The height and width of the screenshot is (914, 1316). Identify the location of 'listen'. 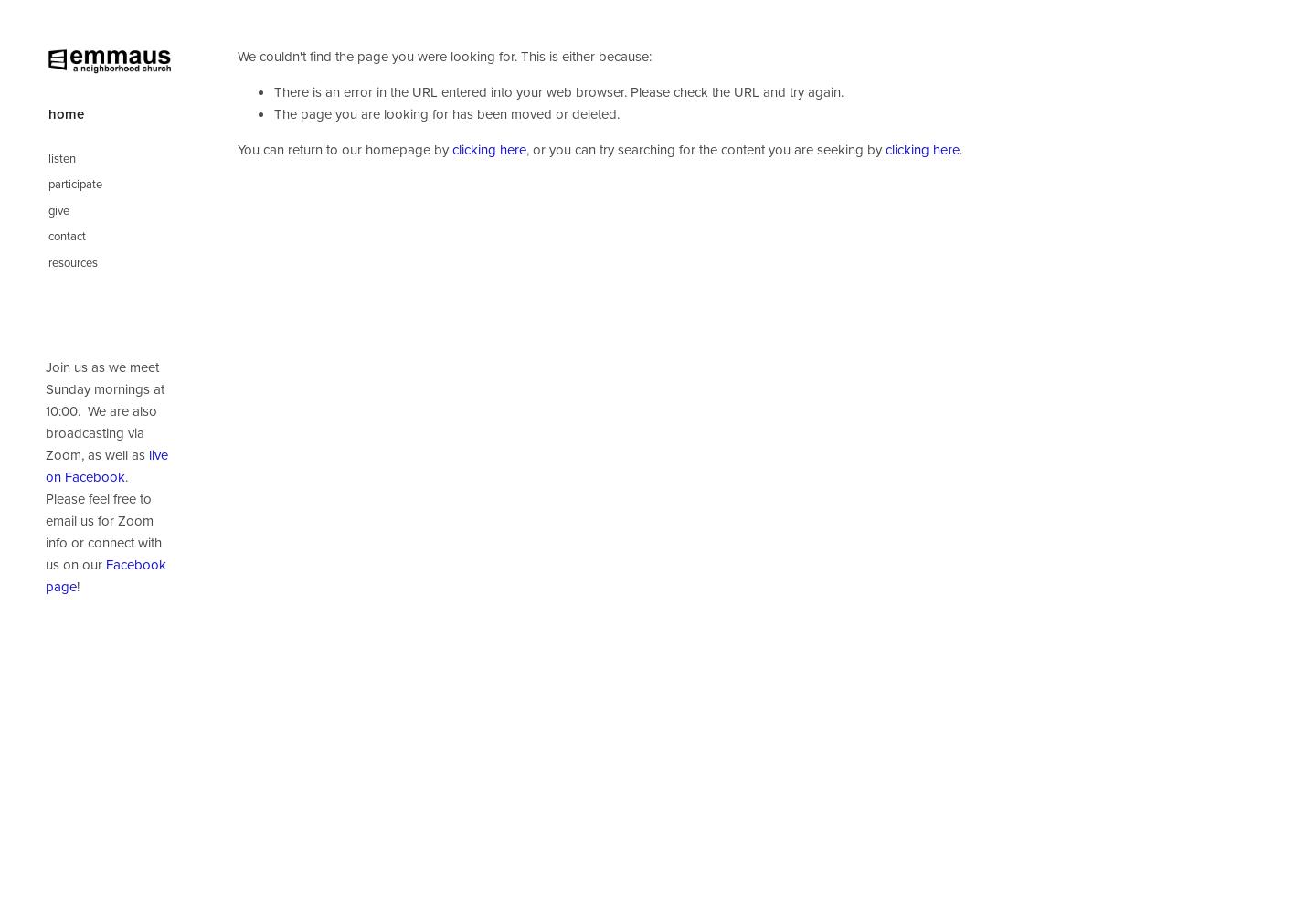
(60, 157).